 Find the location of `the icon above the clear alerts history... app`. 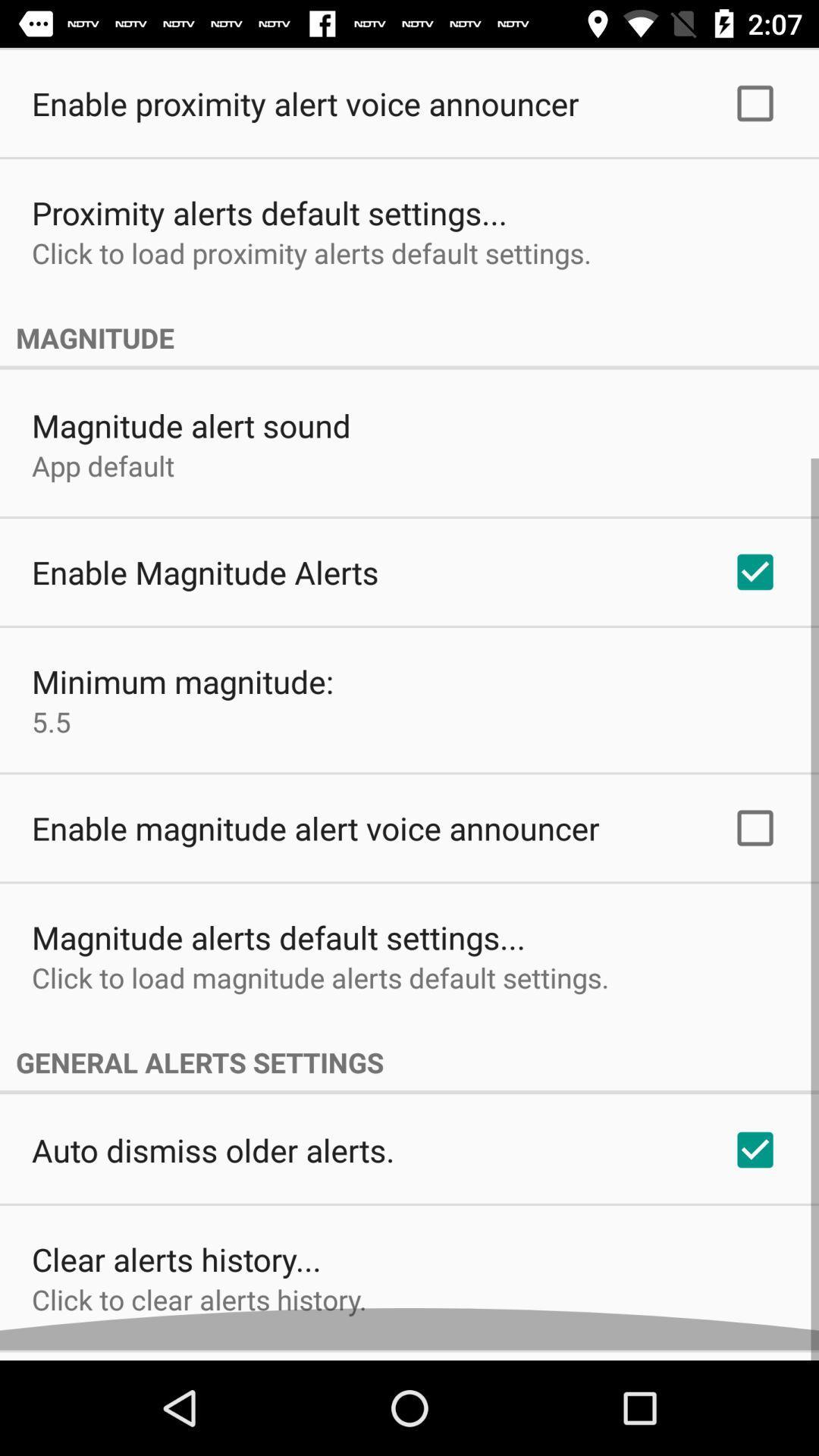

the icon above the clear alerts history... app is located at coordinates (213, 1159).